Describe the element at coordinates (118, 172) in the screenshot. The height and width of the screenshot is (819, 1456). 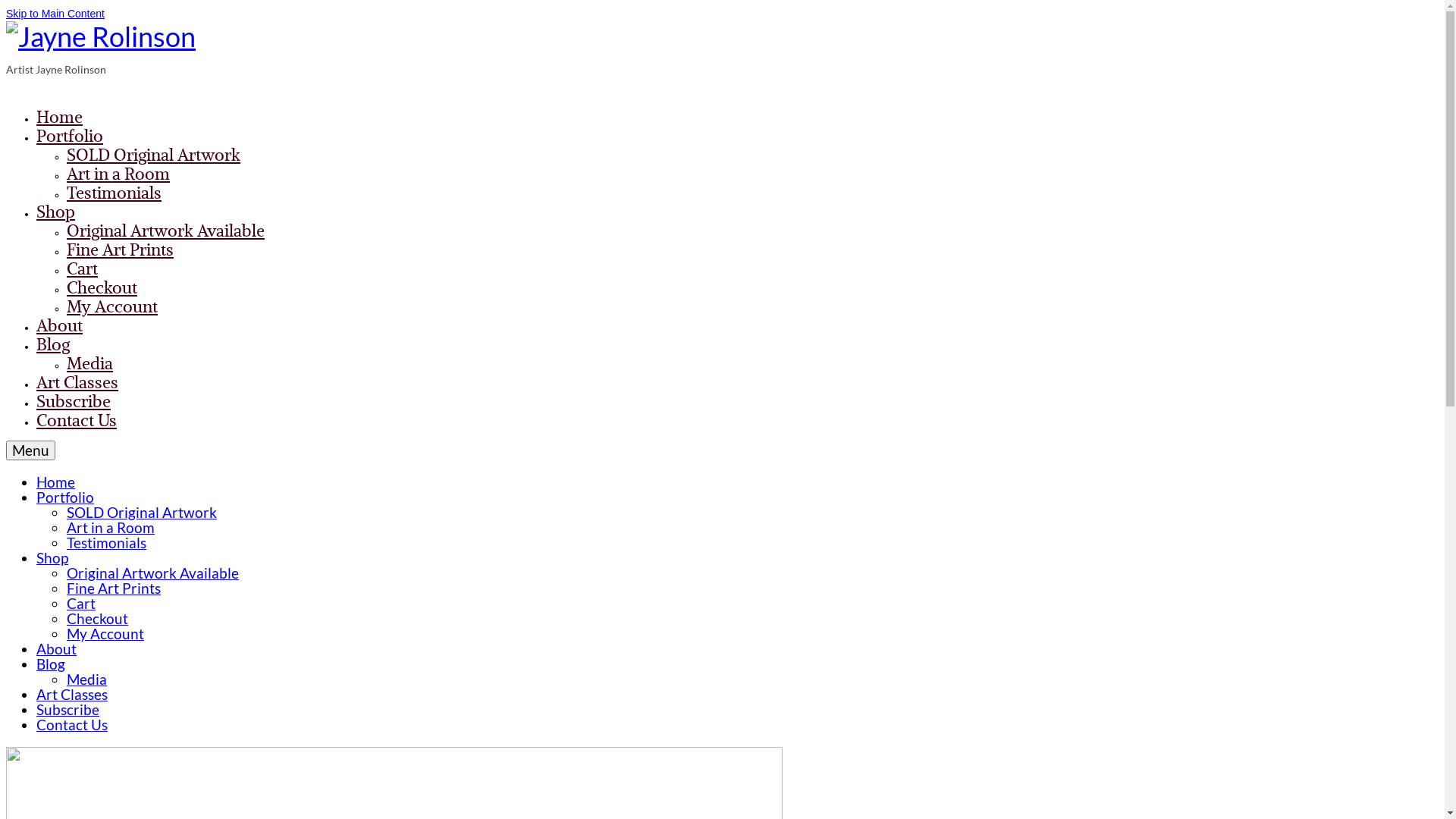
I see `'Art in a Room'` at that location.